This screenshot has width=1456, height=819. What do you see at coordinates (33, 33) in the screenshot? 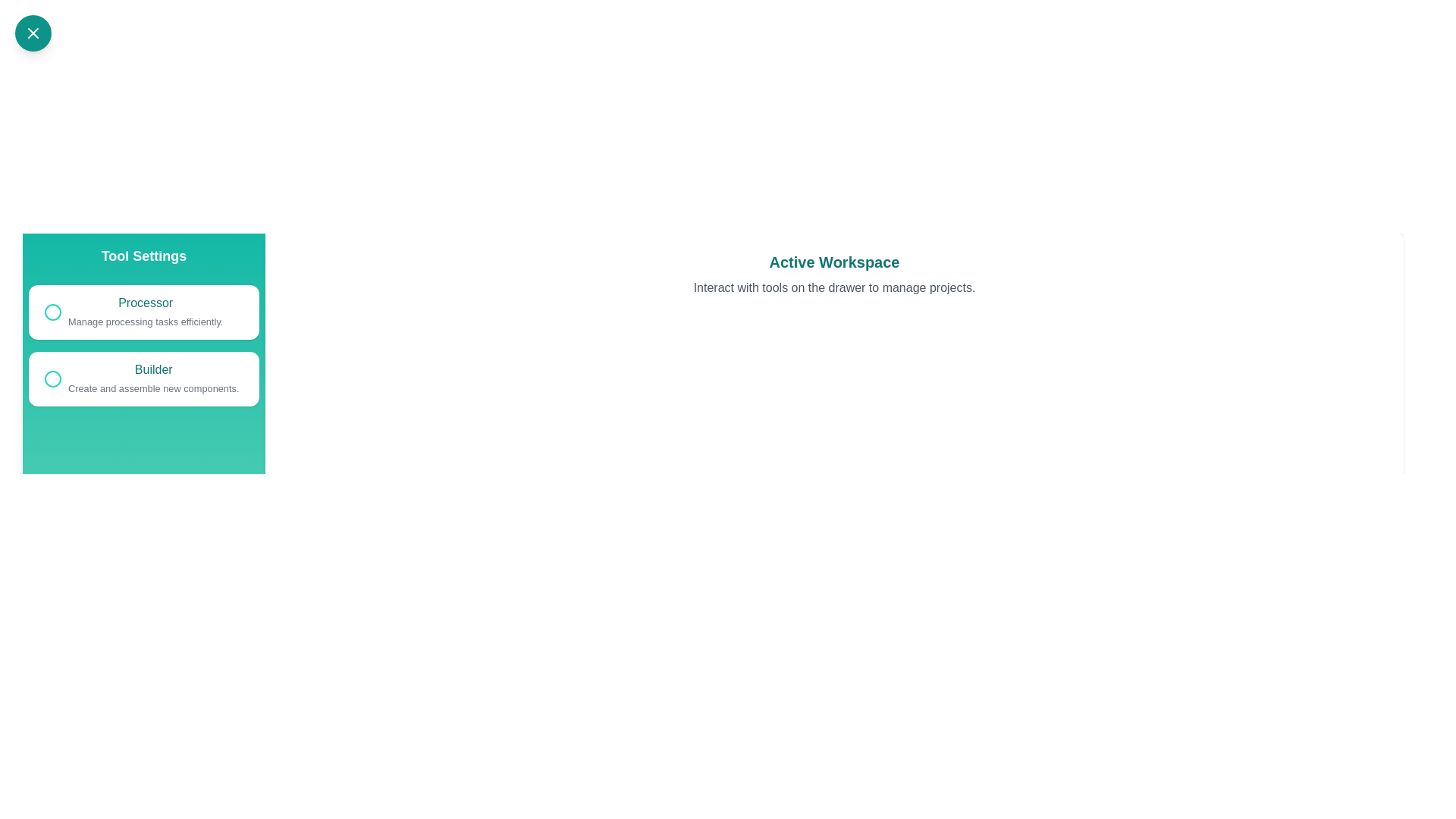
I see `toggle button to toggle the drawer` at bounding box center [33, 33].